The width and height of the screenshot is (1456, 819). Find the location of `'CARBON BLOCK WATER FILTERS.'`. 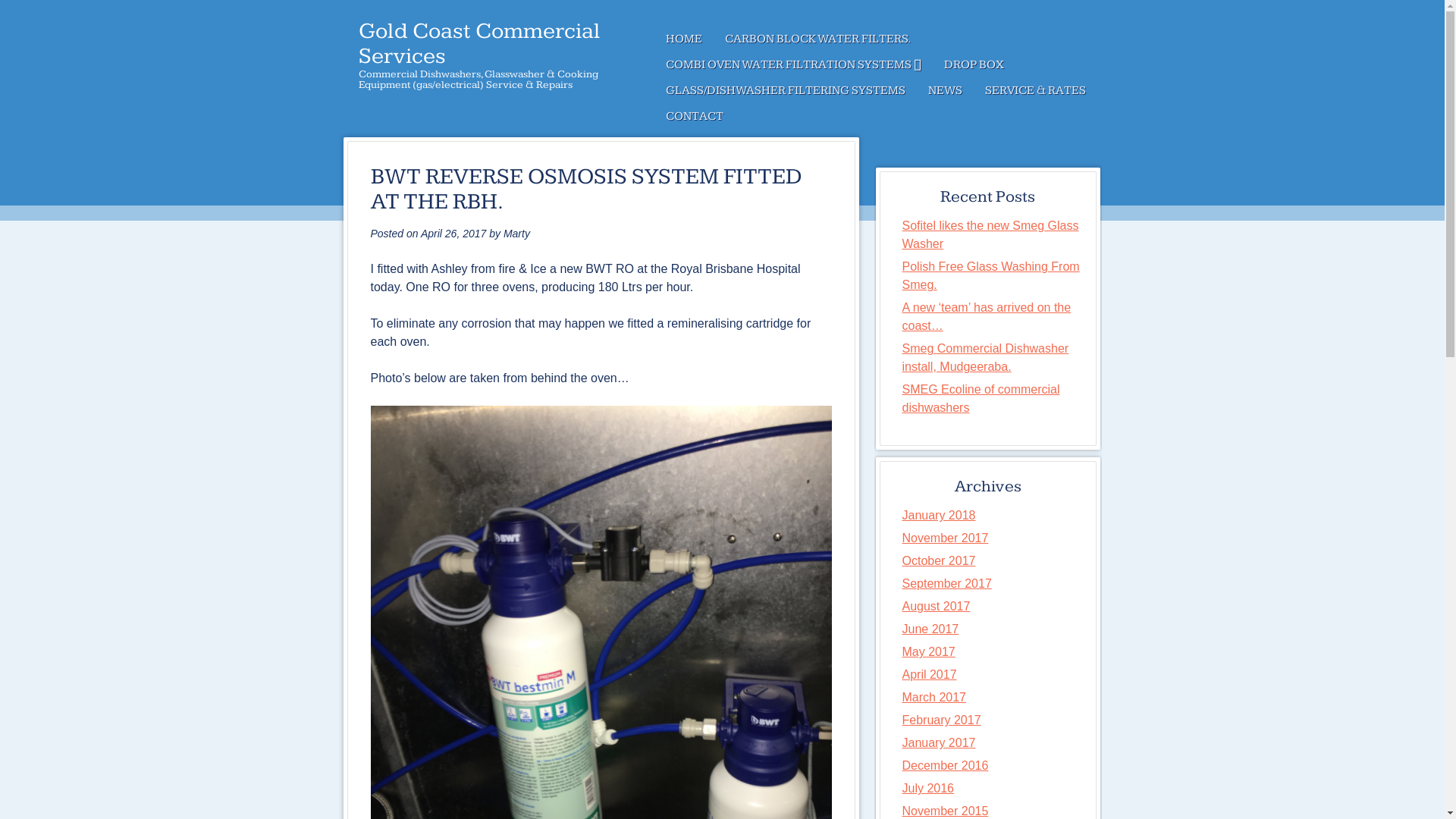

'CARBON BLOCK WATER FILTERS.' is located at coordinates (816, 38).